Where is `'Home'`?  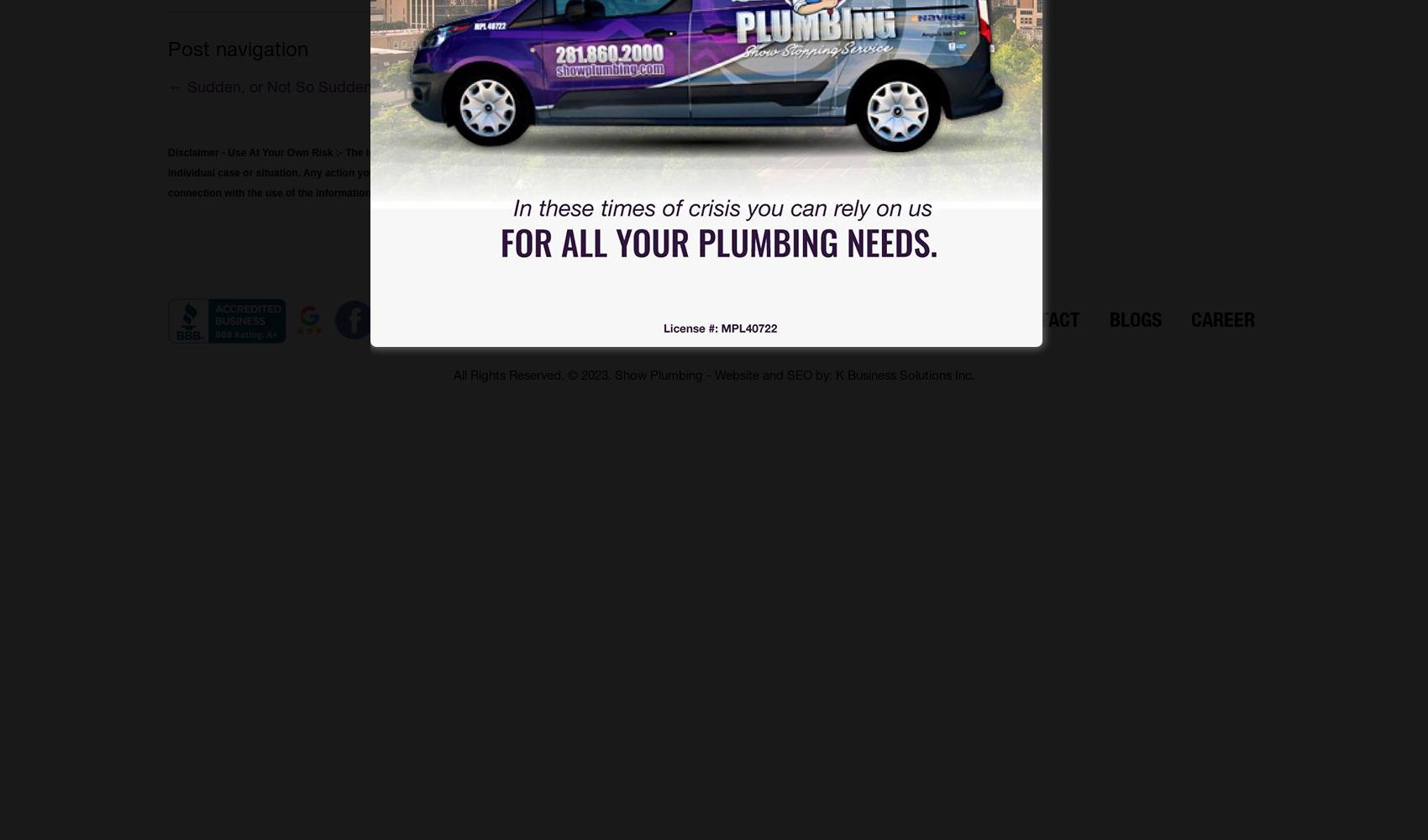
'Home' is located at coordinates (530, 318).